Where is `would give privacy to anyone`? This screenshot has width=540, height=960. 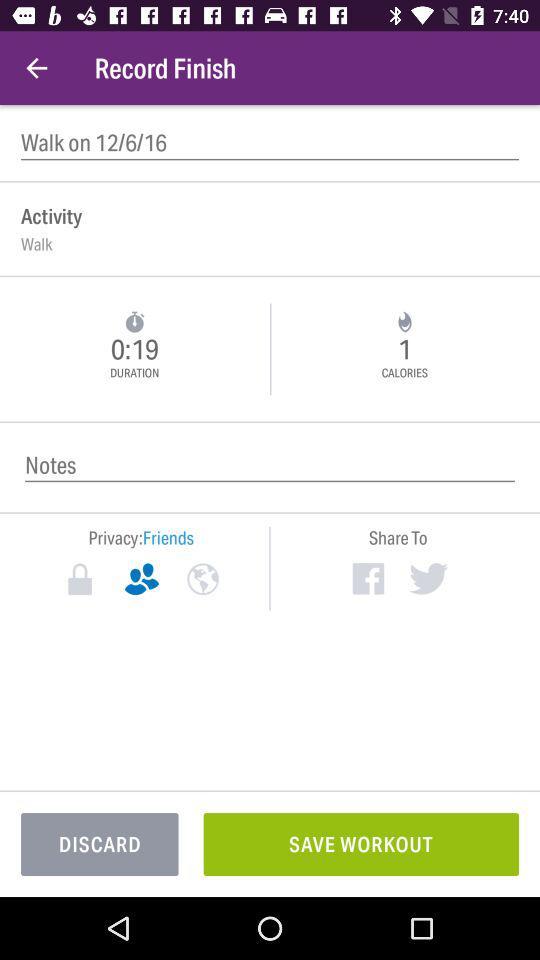
would give privacy to anyone is located at coordinates (202, 579).